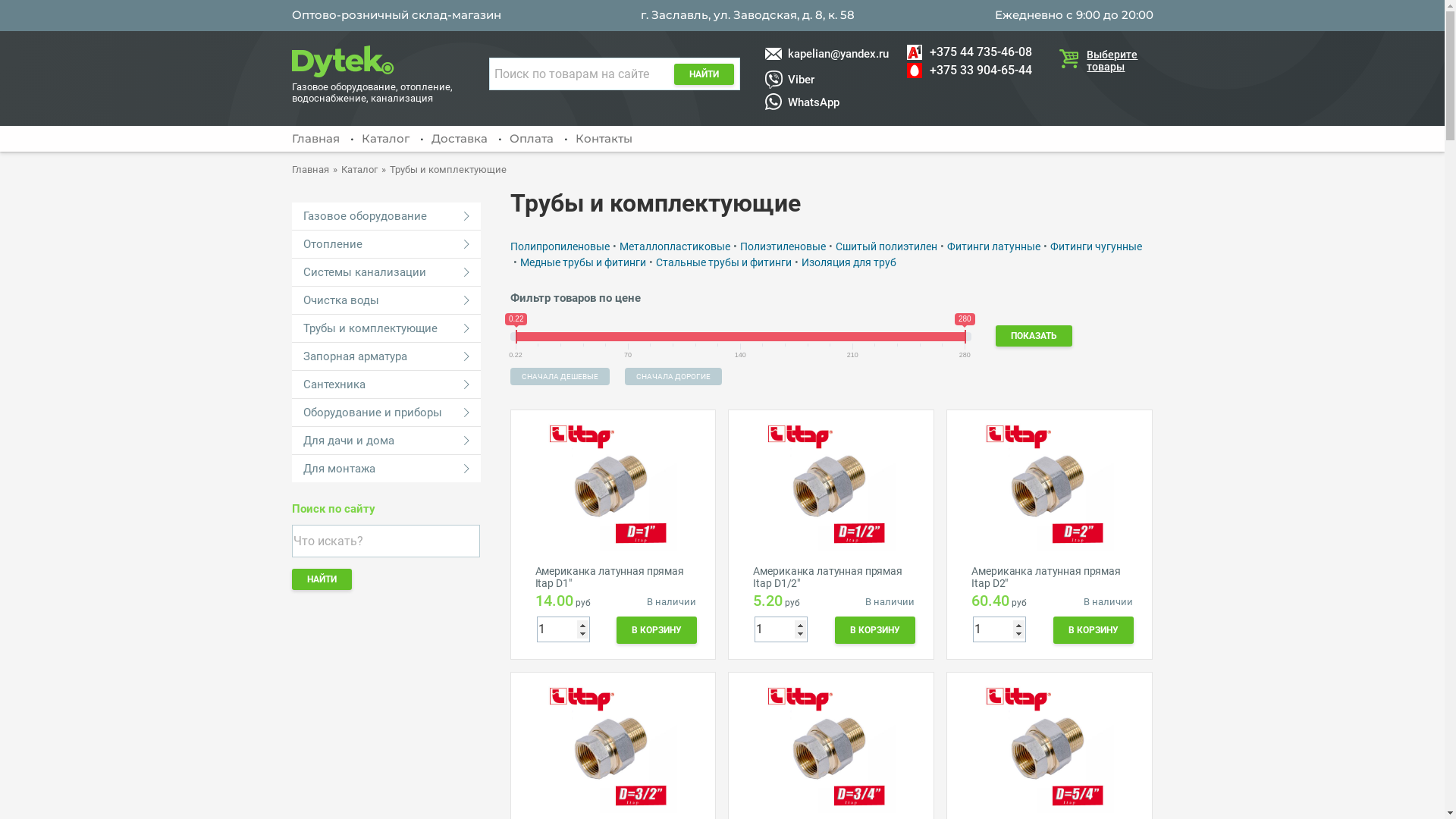  Describe the element at coordinates (999, 629) in the screenshot. I see `'1'` at that location.